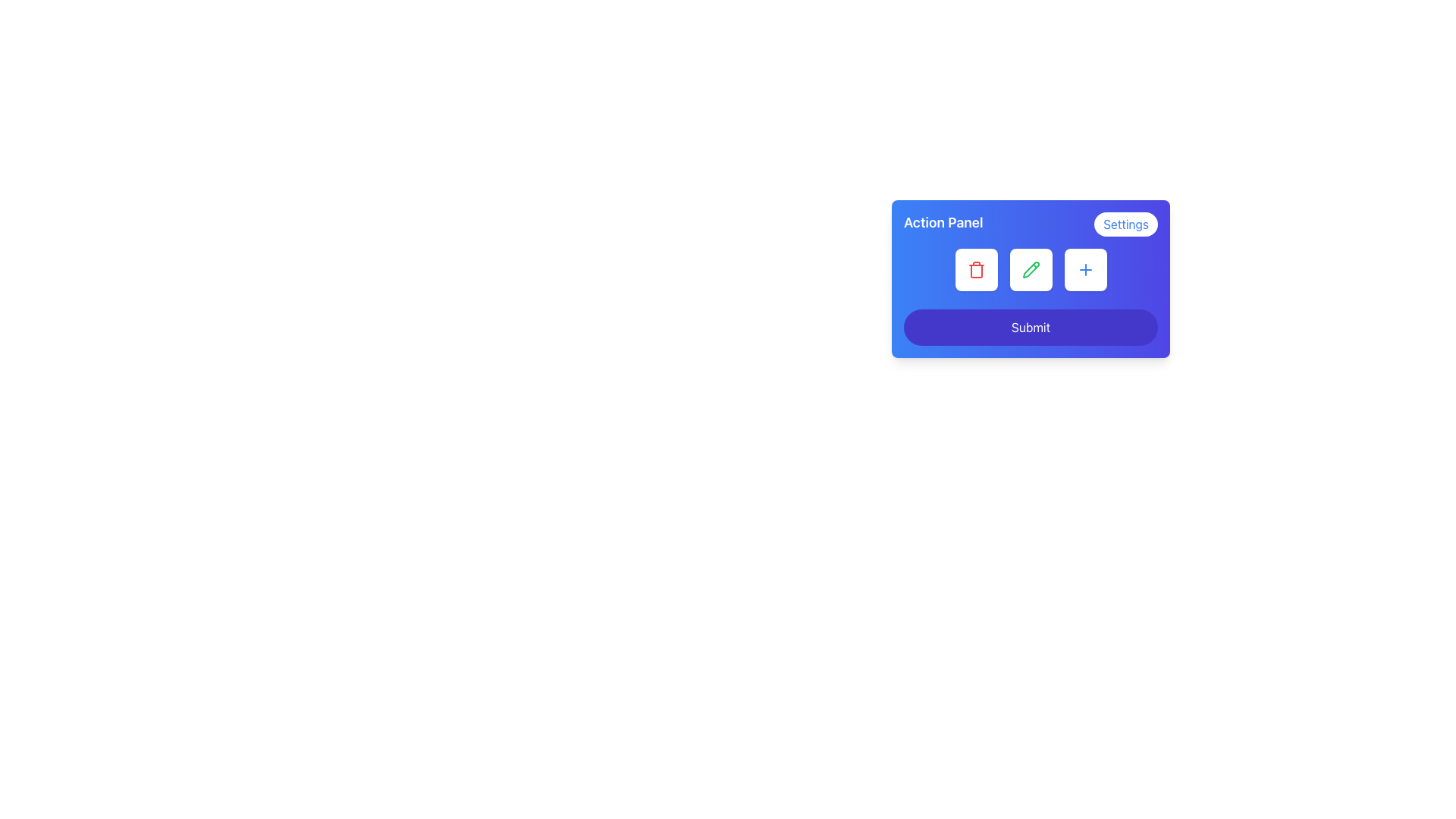 The height and width of the screenshot is (819, 1456). What do you see at coordinates (1084, 268) in the screenshot?
I see `the blue plus icon ('+') button located in the bottom-right blue action panel` at bounding box center [1084, 268].